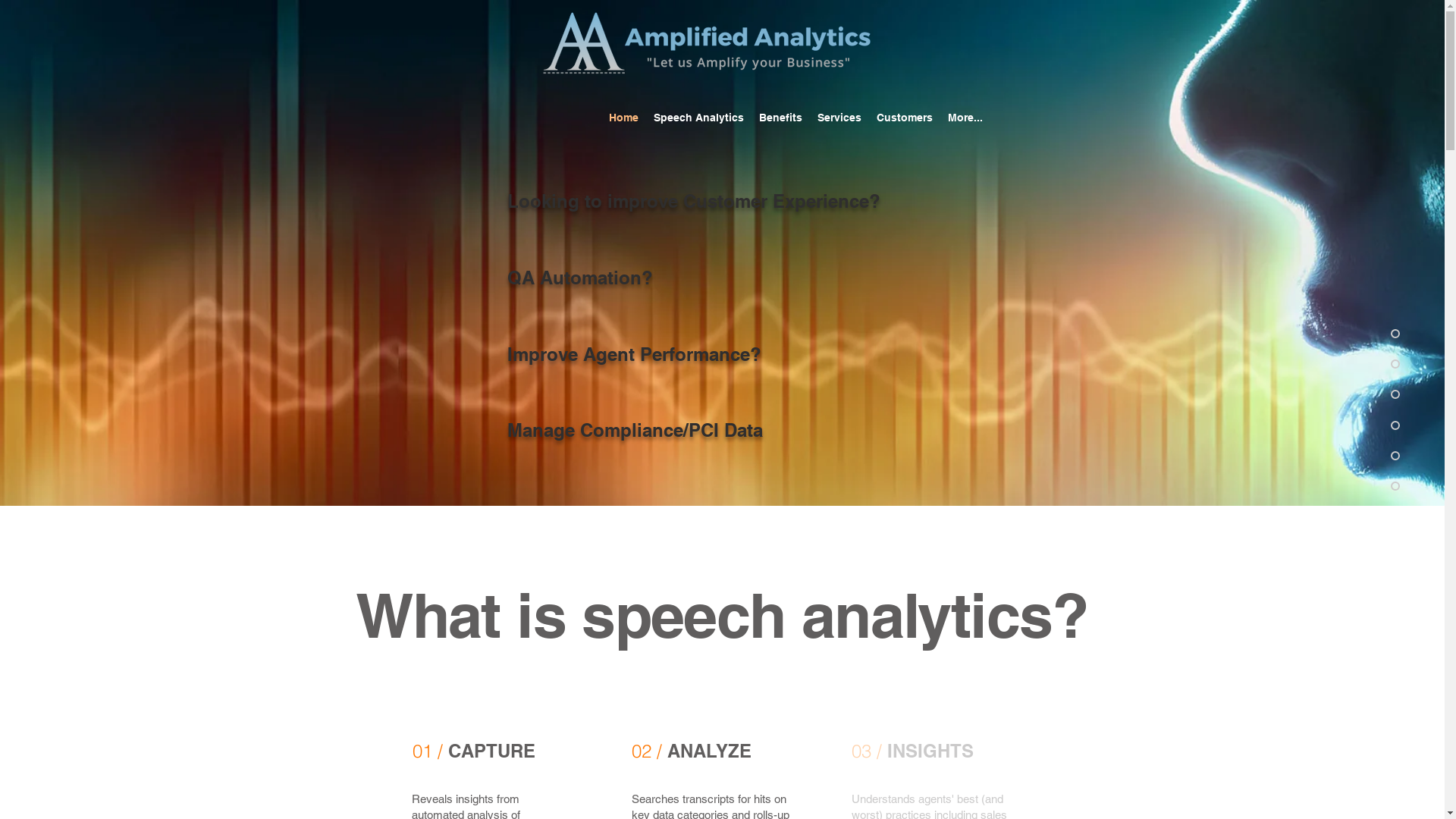 The height and width of the screenshot is (819, 1456). Describe the element at coordinates (809, 116) in the screenshot. I see `'Services'` at that location.